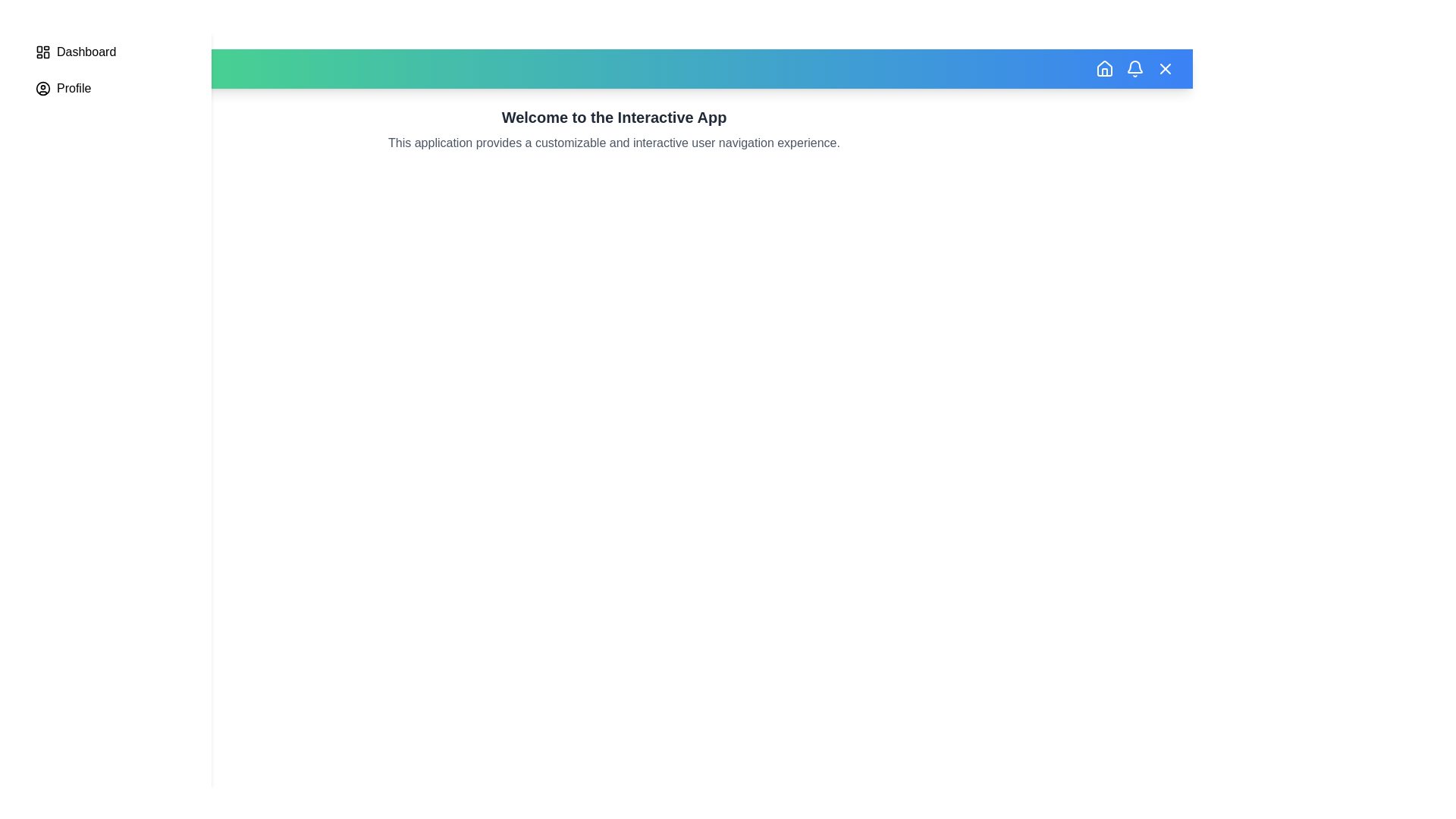 Image resolution: width=1456 pixels, height=819 pixels. Describe the element at coordinates (614, 69) in the screenshot. I see `the Navigation bar titled 'InteractiveAppBar', which features a gradient background and spans horizontally across the top of the interface` at that location.